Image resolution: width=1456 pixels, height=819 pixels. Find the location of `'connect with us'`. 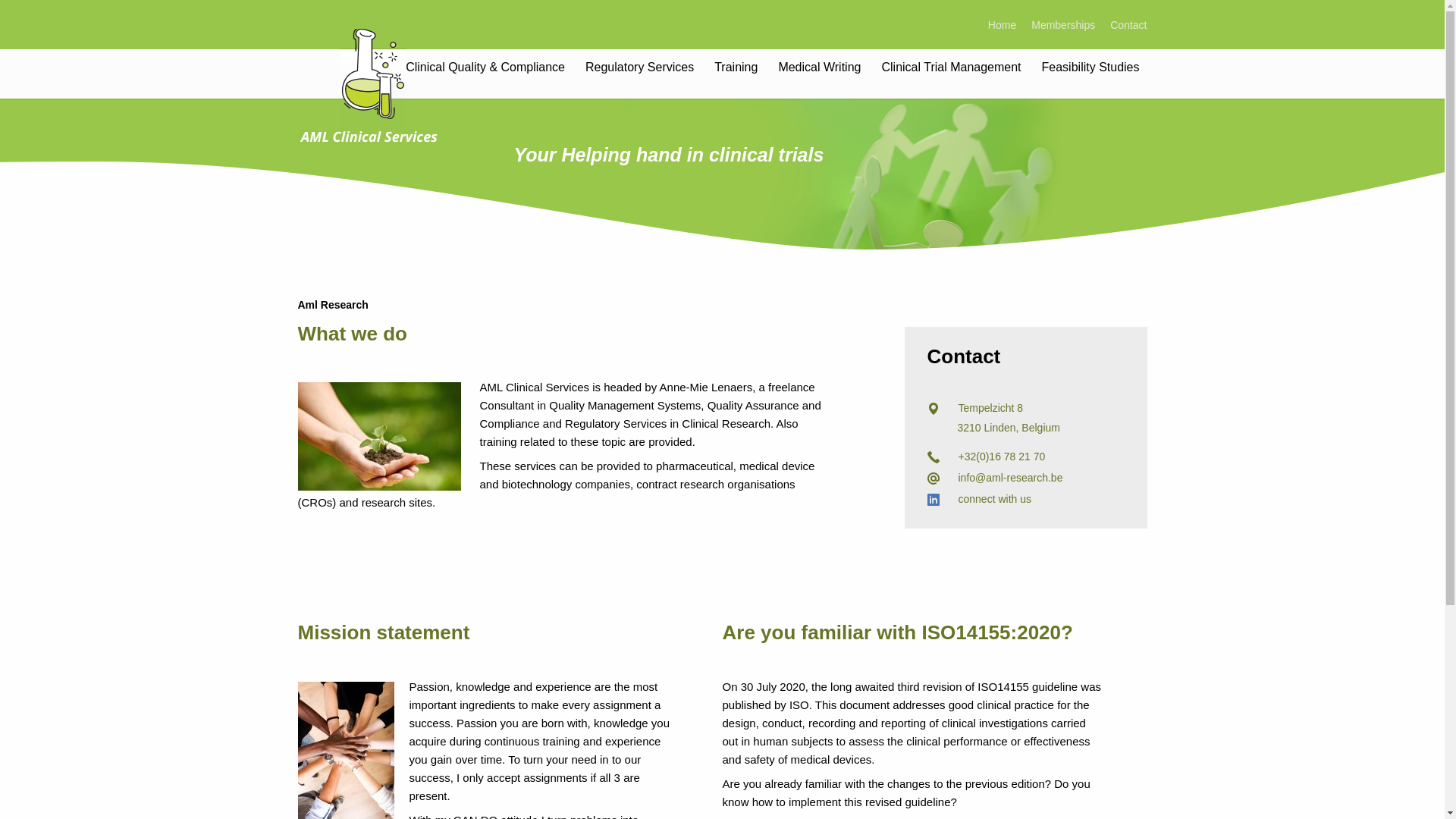

'connect with us' is located at coordinates (995, 499).